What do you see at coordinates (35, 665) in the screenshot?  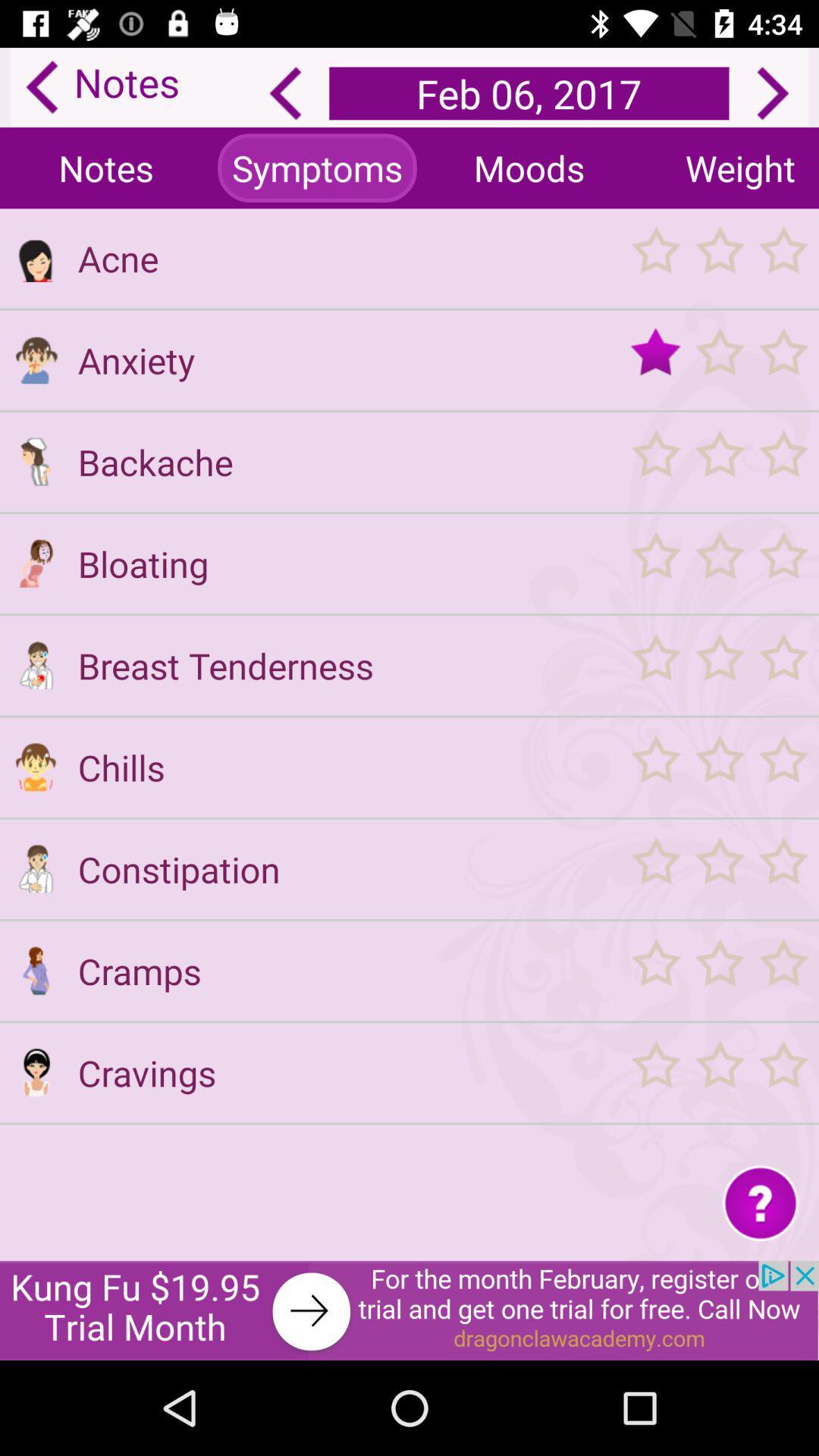 I see `breast tenderness option` at bounding box center [35, 665].